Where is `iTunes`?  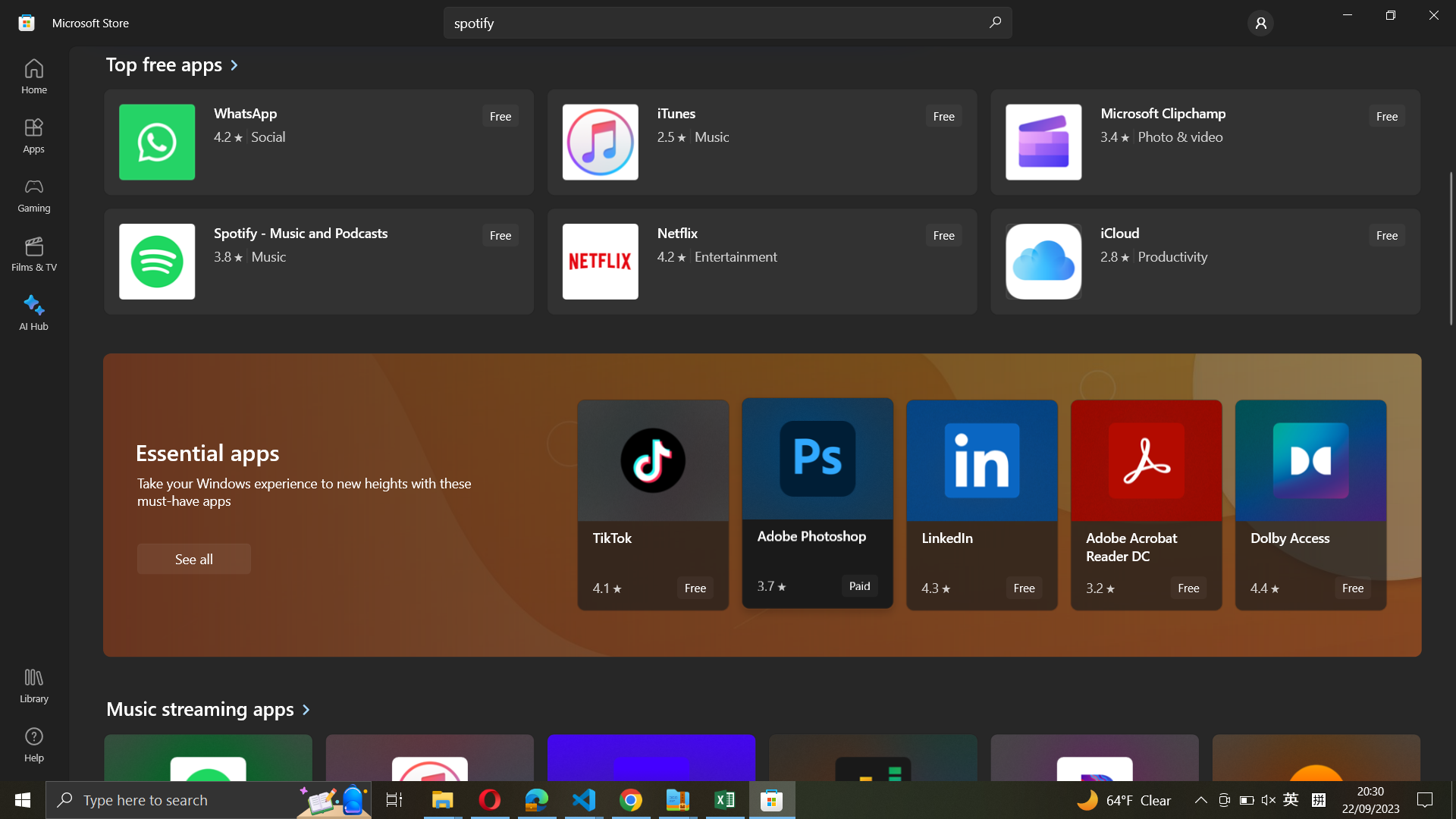
iTunes is located at coordinates (760, 143).